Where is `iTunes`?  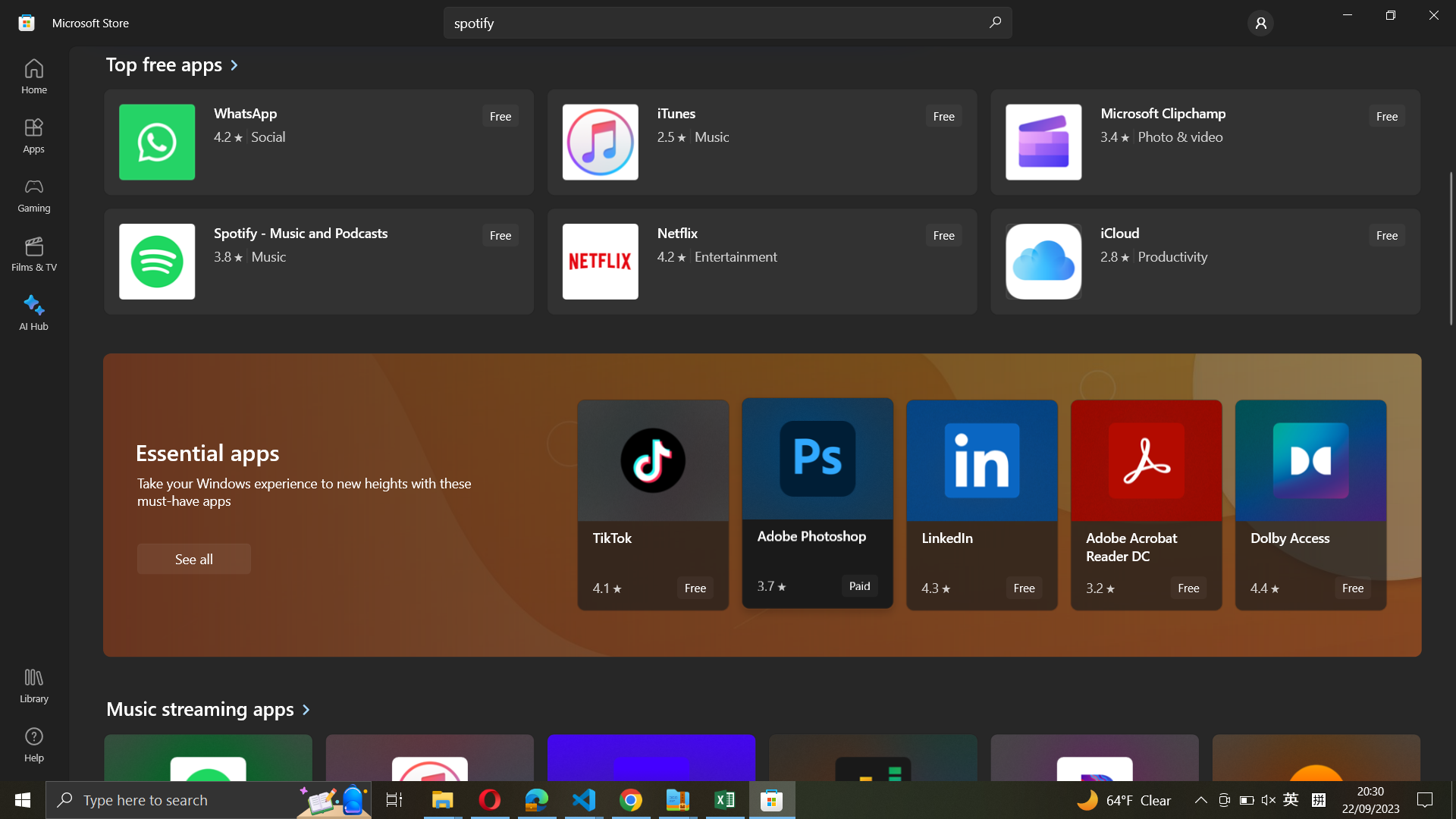
iTunes is located at coordinates (760, 143).